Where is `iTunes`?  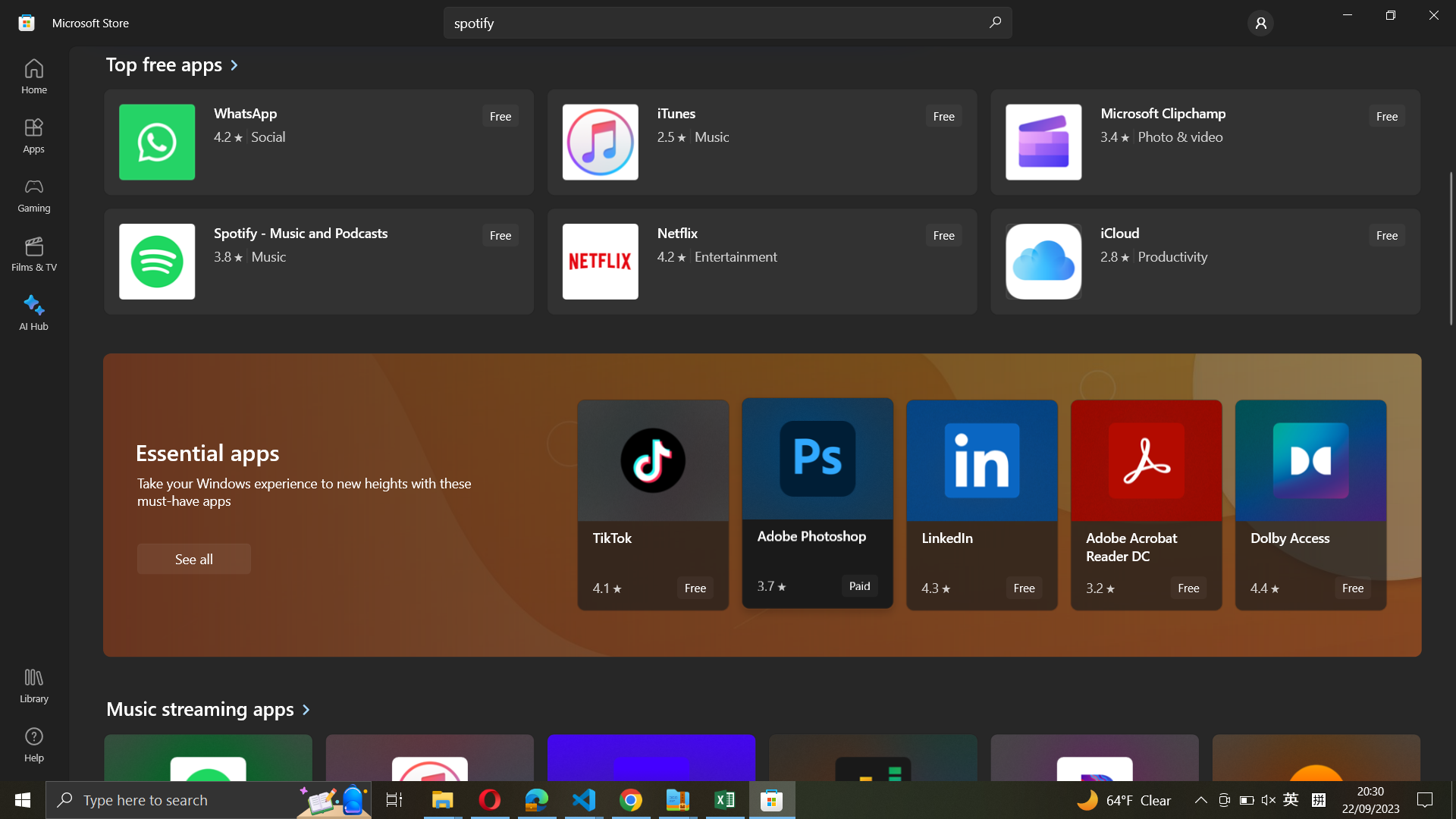
iTunes is located at coordinates (760, 143).